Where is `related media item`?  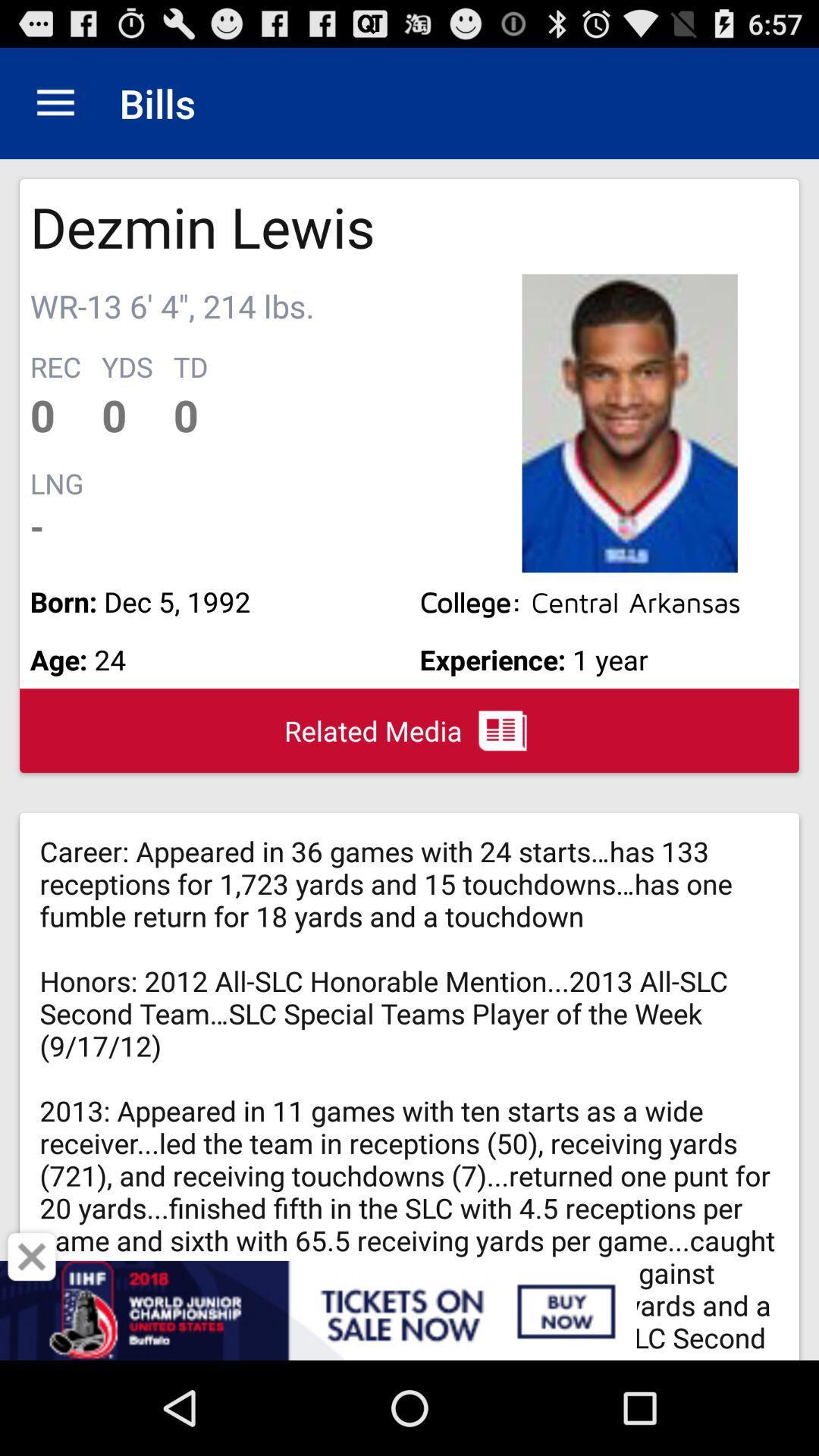
related media item is located at coordinates (409, 730).